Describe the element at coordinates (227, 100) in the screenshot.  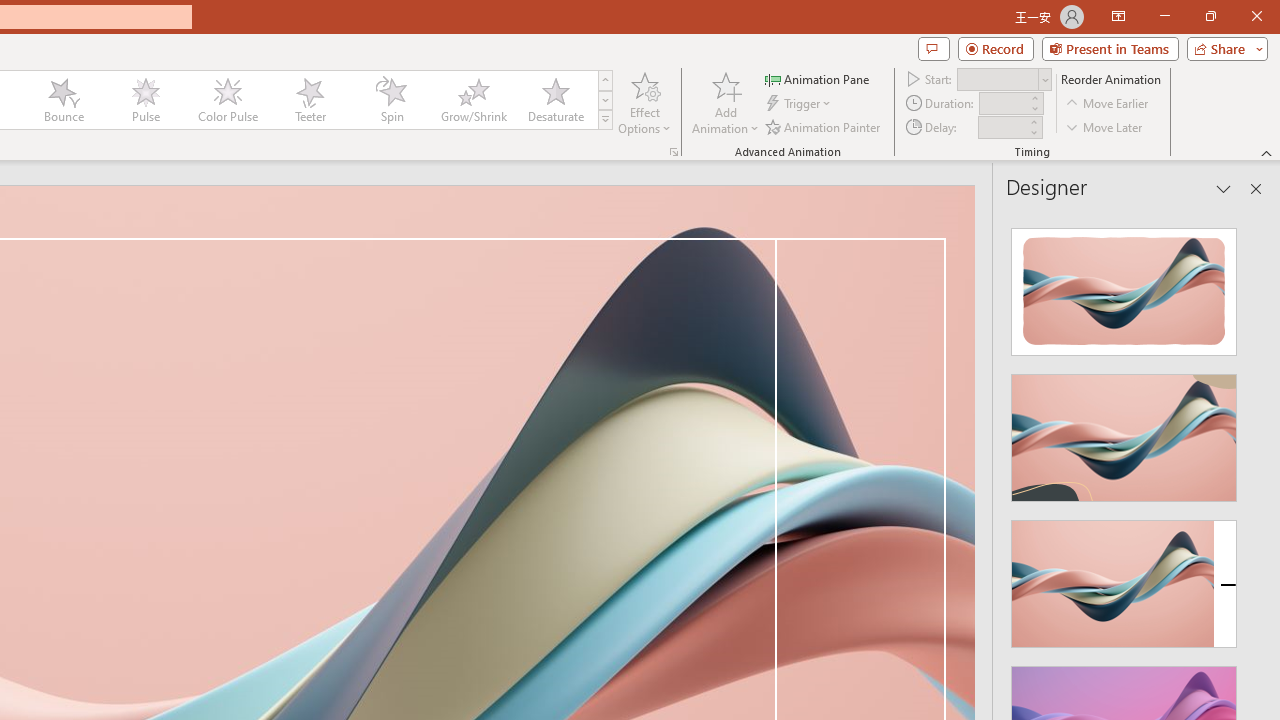
I see `'Color Pulse'` at that location.